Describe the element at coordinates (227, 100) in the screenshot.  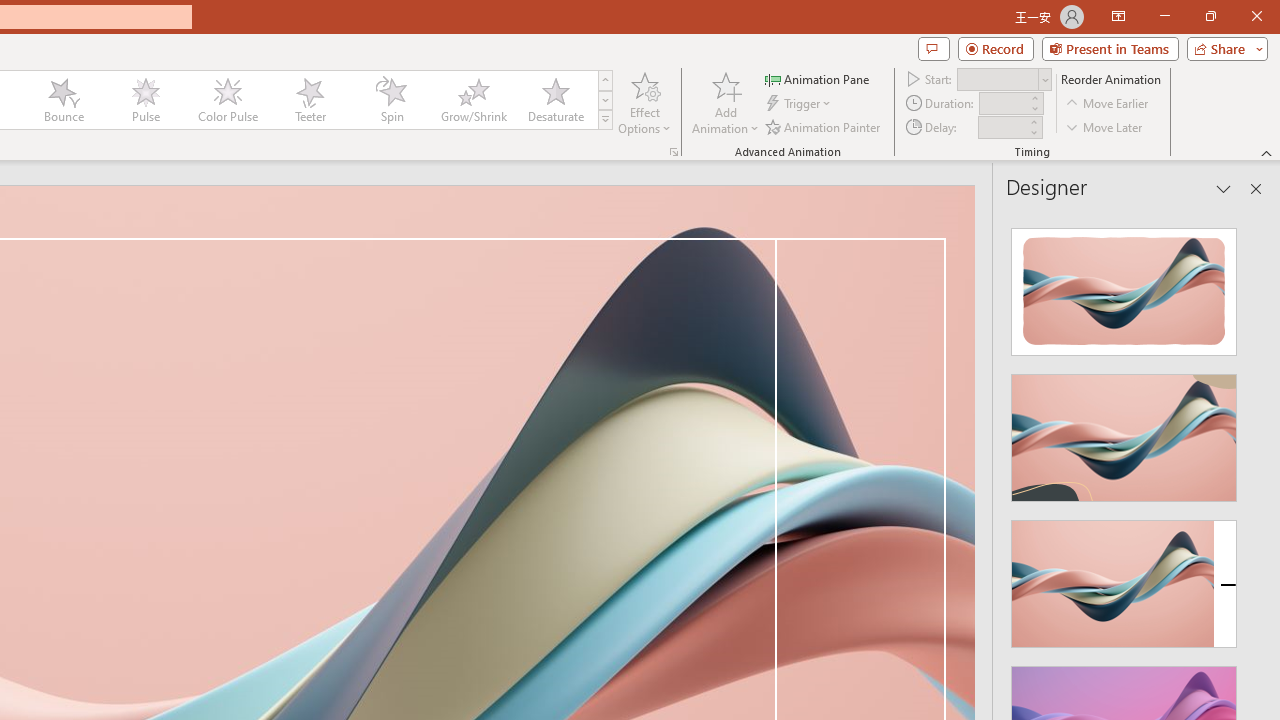
I see `'Color Pulse'` at that location.